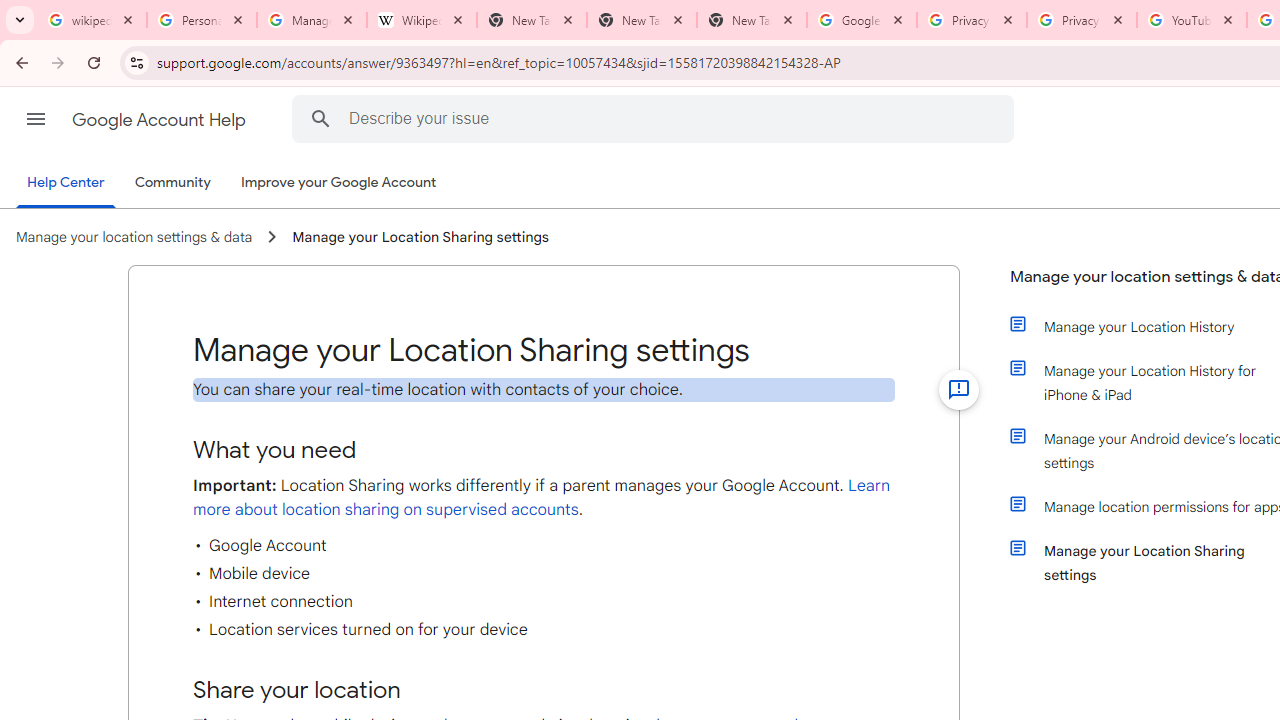 The height and width of the screenshot is (720, 1280). I want to click on 'Google Account Help', so click(160, 119).